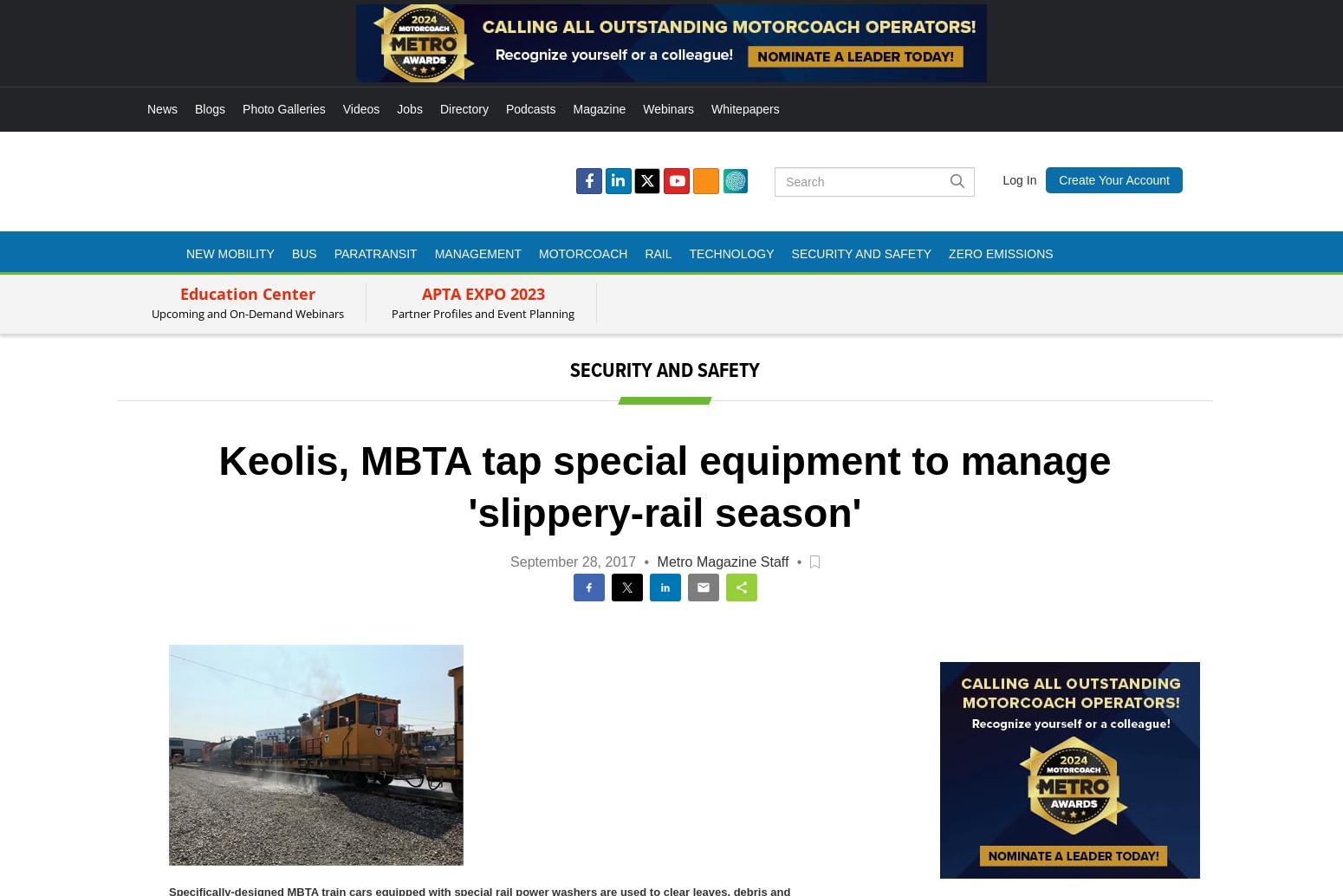  What do you see at coordinates (179, 293) in the screenshot?
I see `'Education Center'` at bounding box center [179, 293].